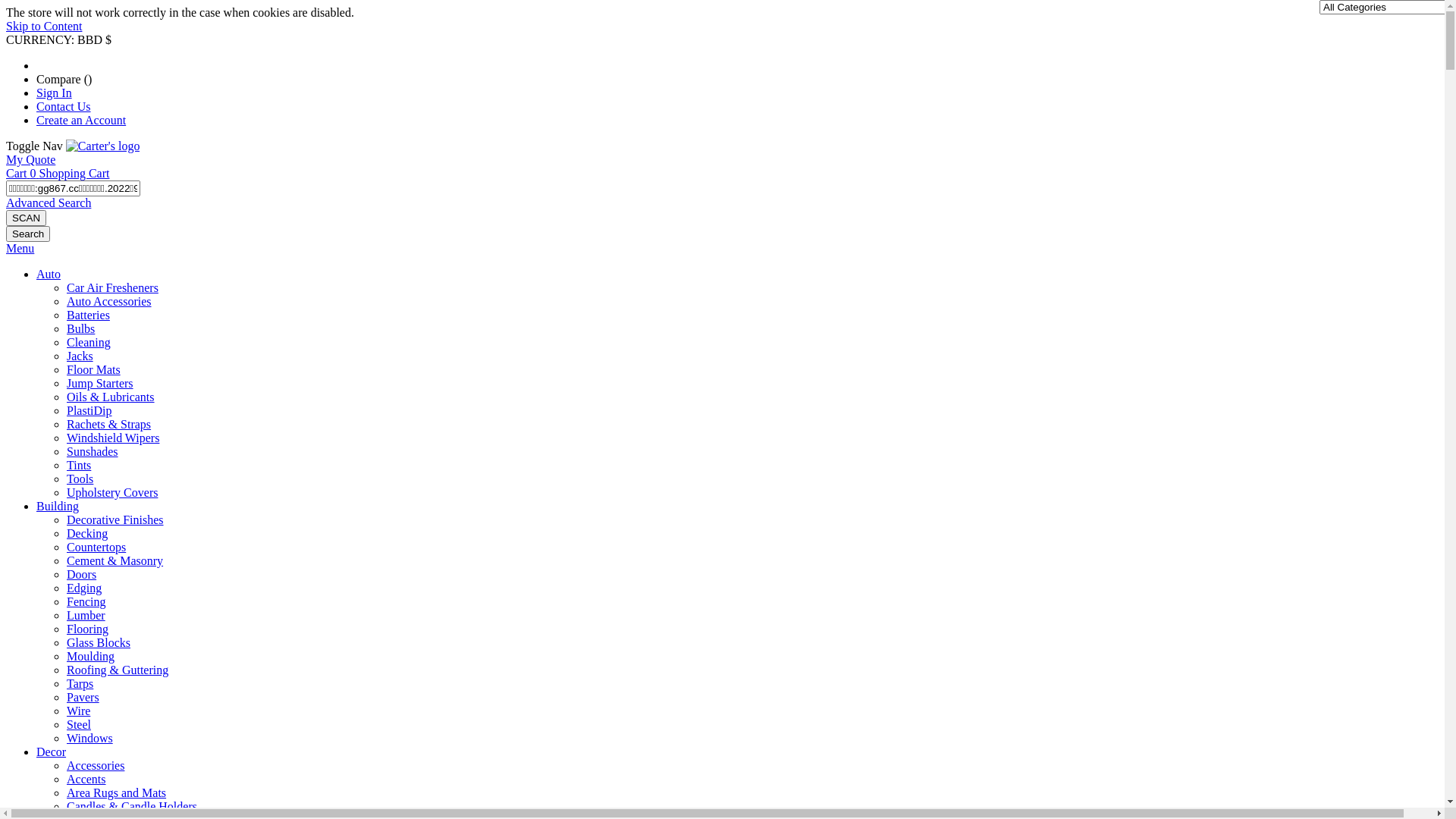 This screenshot has height=819, width=1456. What do you see at coordinates (115, 519) in the screenshot?
I see `'Decorative Finishes'` at bounding box center [115, 519].